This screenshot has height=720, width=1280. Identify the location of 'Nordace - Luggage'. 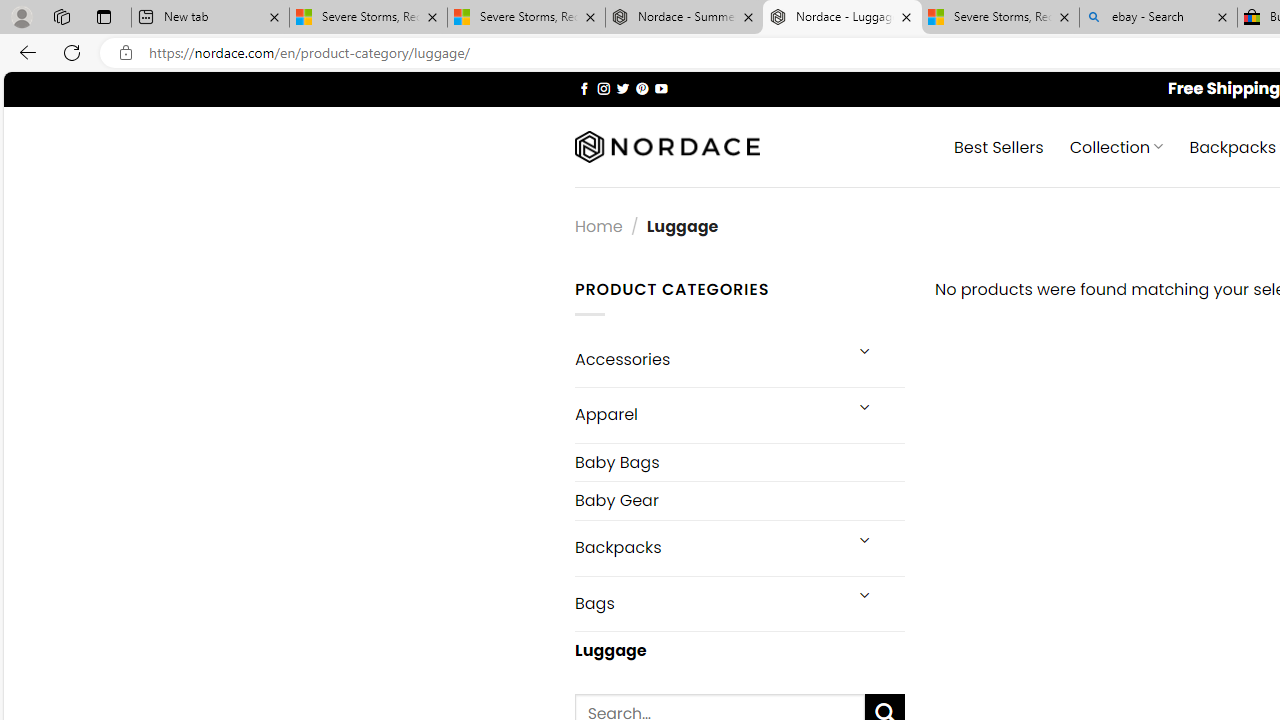
(842, 17).